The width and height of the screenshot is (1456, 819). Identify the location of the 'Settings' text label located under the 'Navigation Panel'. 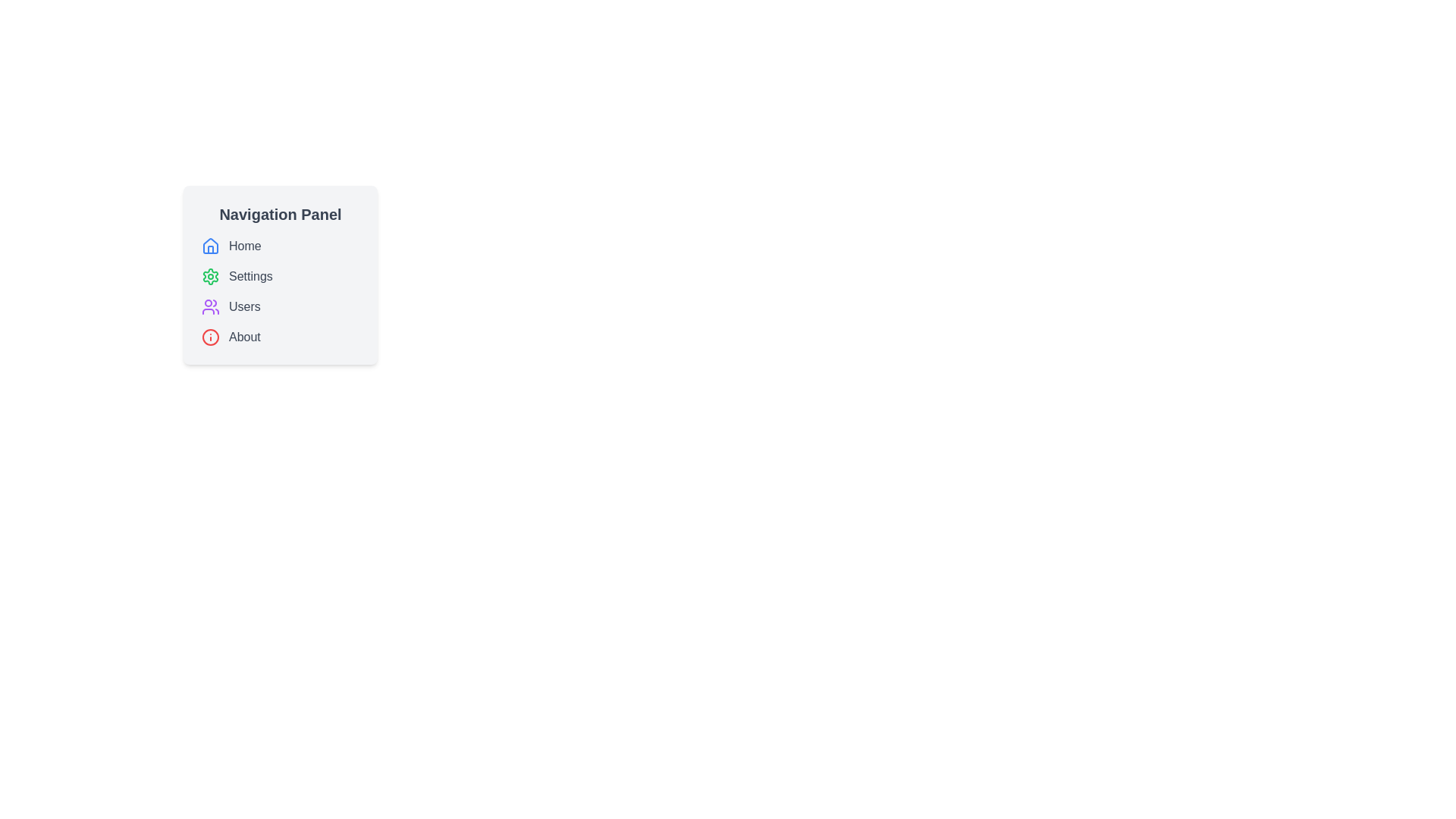
(250, 277).